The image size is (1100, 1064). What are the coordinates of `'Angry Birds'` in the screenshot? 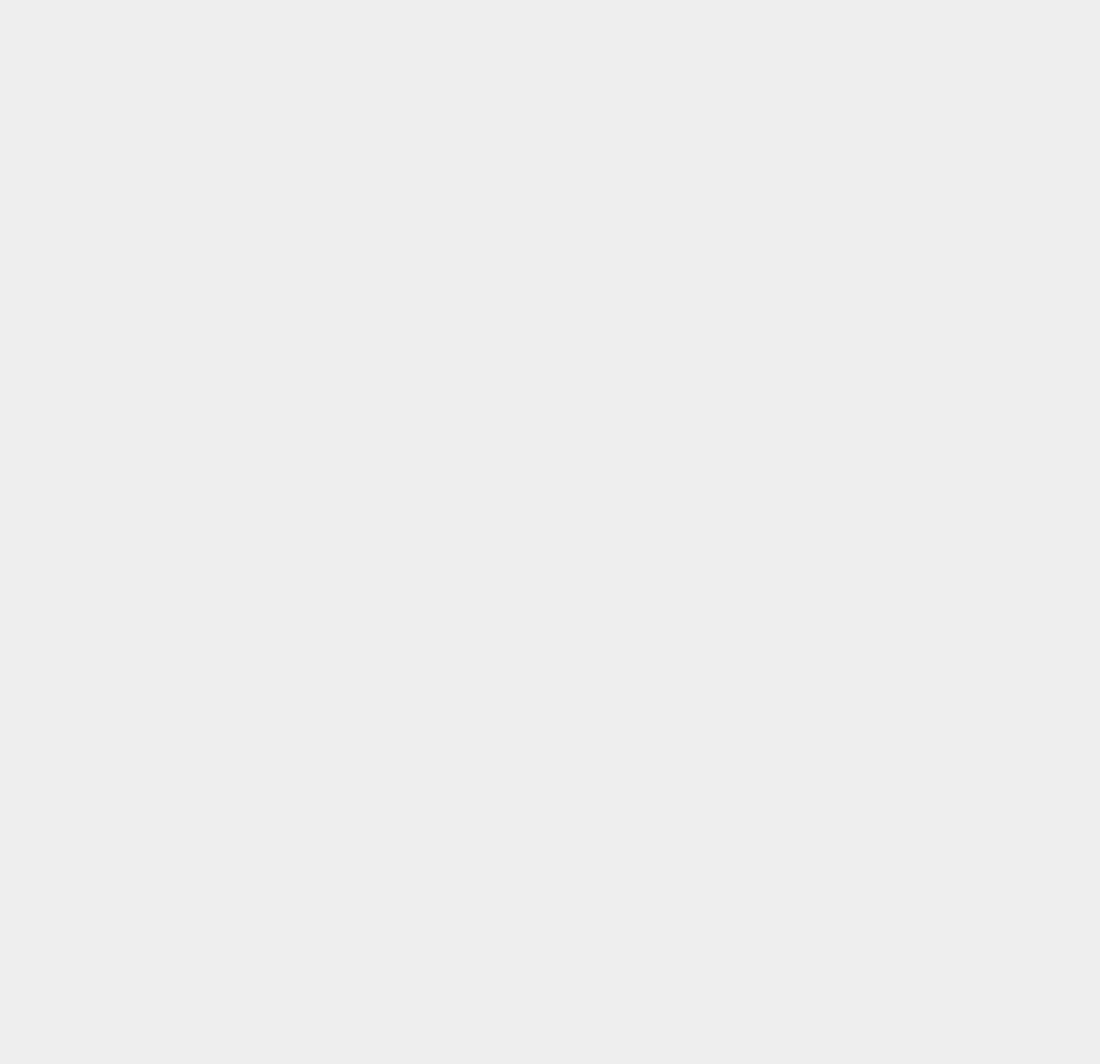 It's located at (814, 619).